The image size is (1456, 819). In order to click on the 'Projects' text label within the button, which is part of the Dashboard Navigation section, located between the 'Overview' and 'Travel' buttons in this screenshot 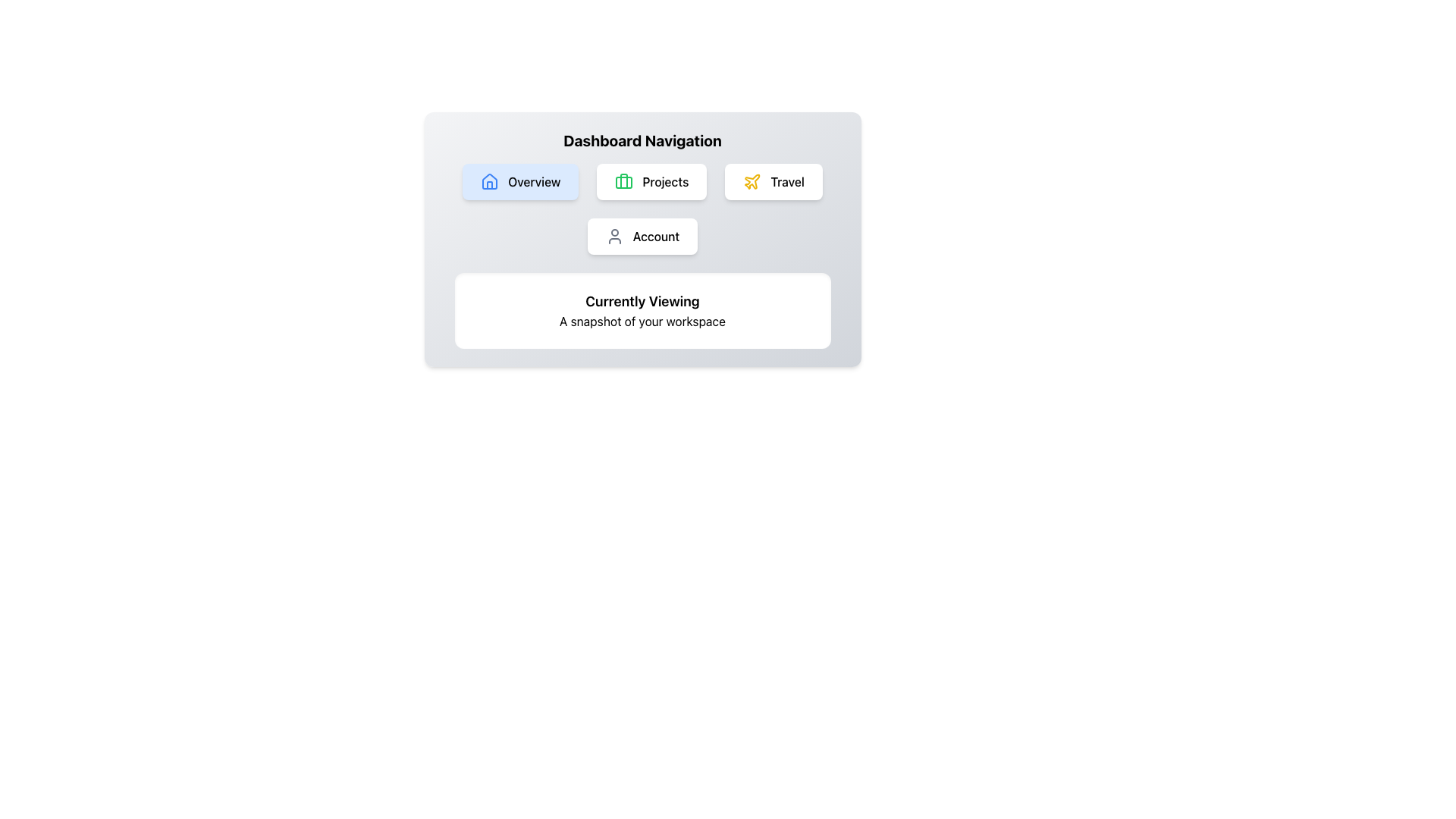, I will do `click(665, 180)`.